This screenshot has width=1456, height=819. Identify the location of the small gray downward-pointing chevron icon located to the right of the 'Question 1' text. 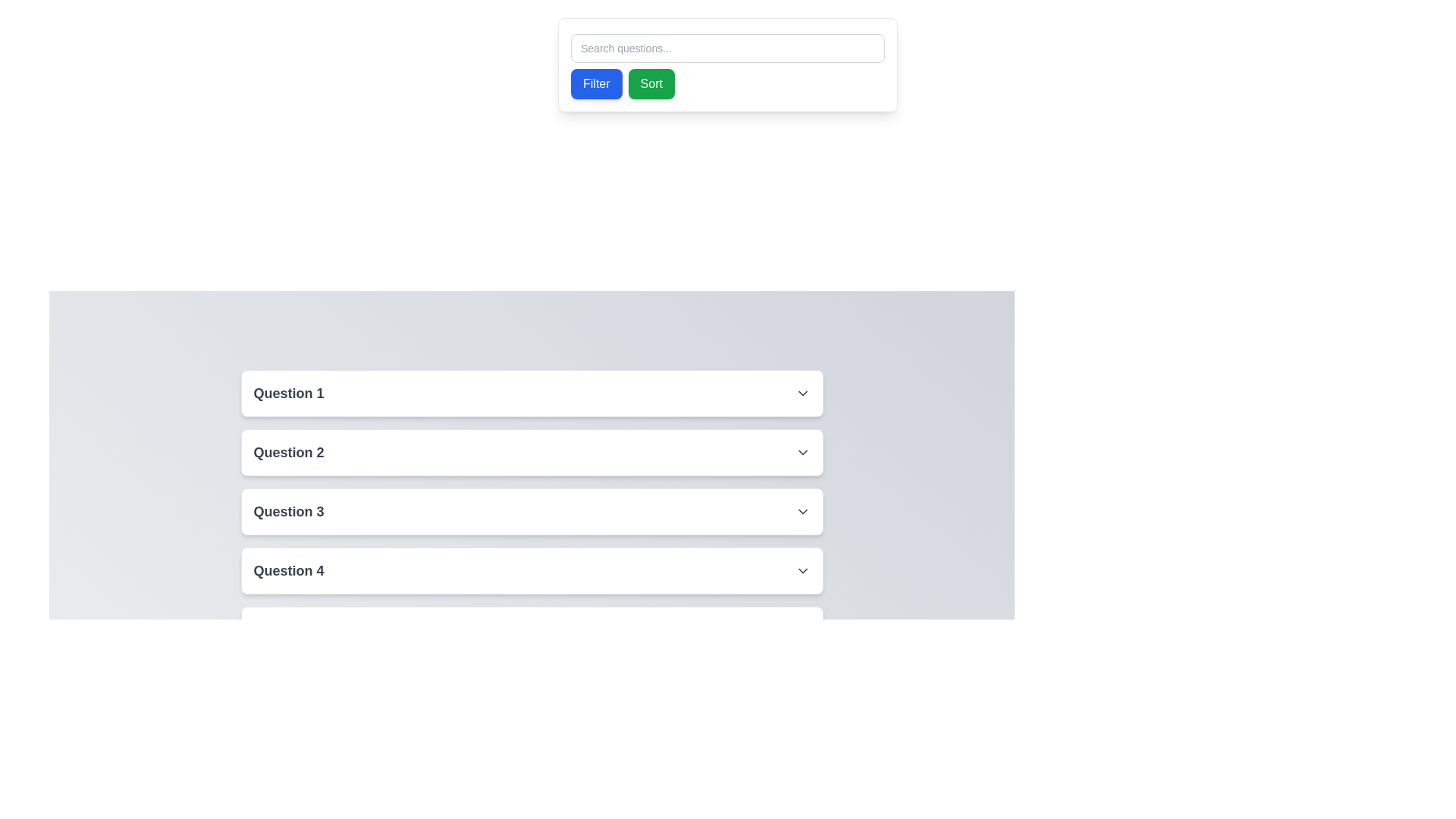
(802, 393).